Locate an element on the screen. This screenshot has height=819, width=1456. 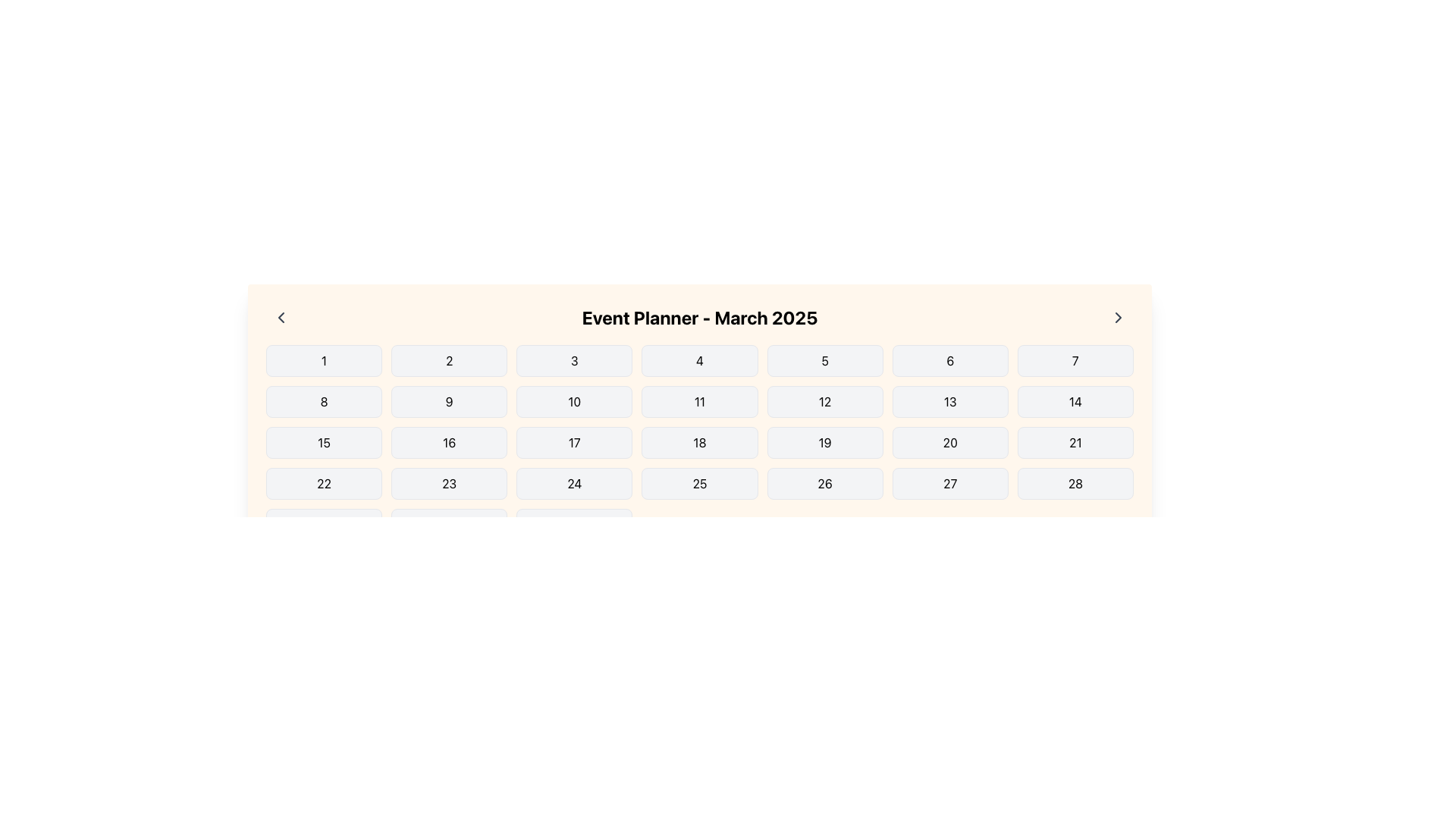
the numeral '17' button in the calendar grid is located at coordinates (573, 442).